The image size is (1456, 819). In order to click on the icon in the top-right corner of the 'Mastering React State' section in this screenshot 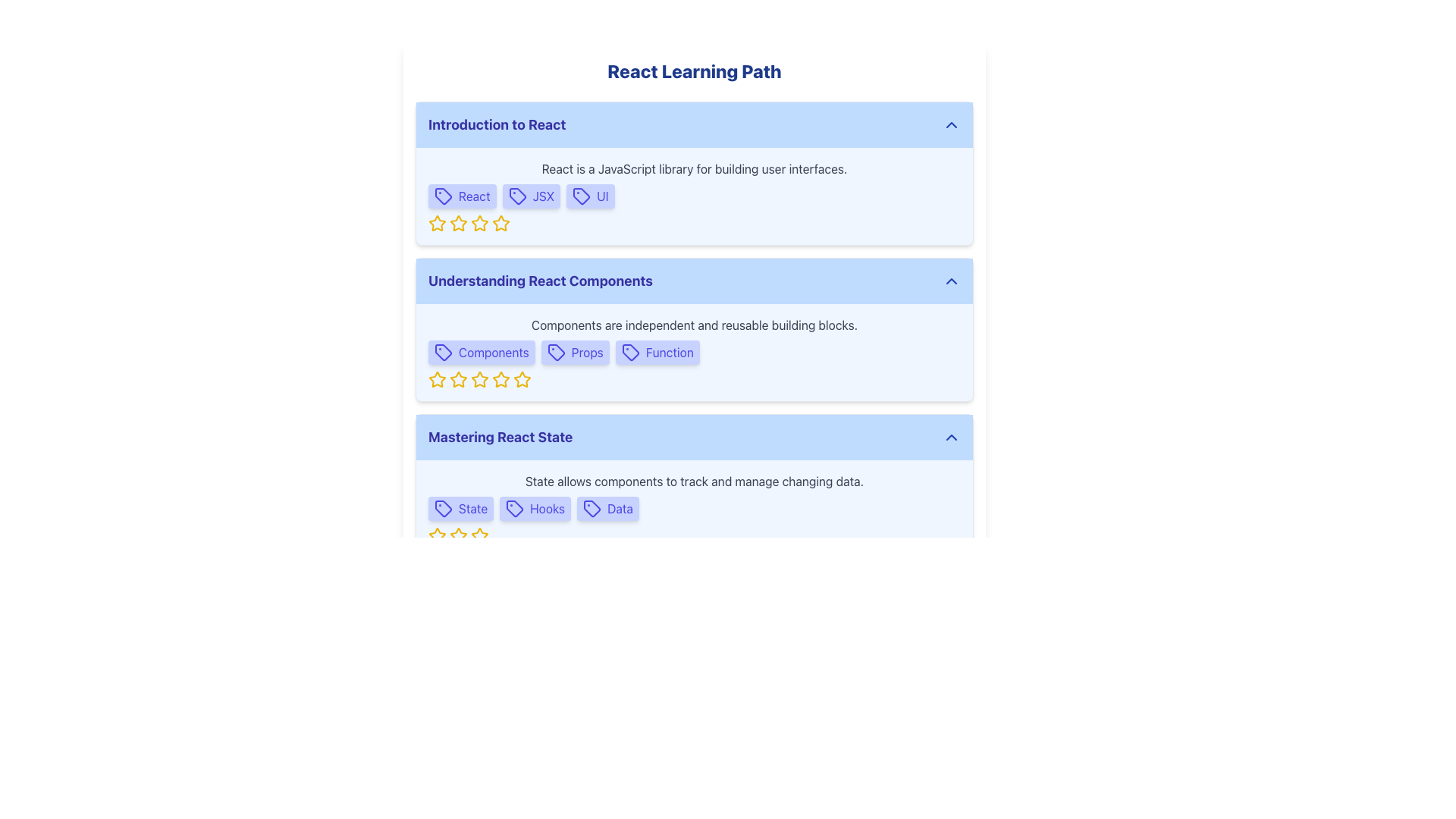, I will do `click(950, 438)`.